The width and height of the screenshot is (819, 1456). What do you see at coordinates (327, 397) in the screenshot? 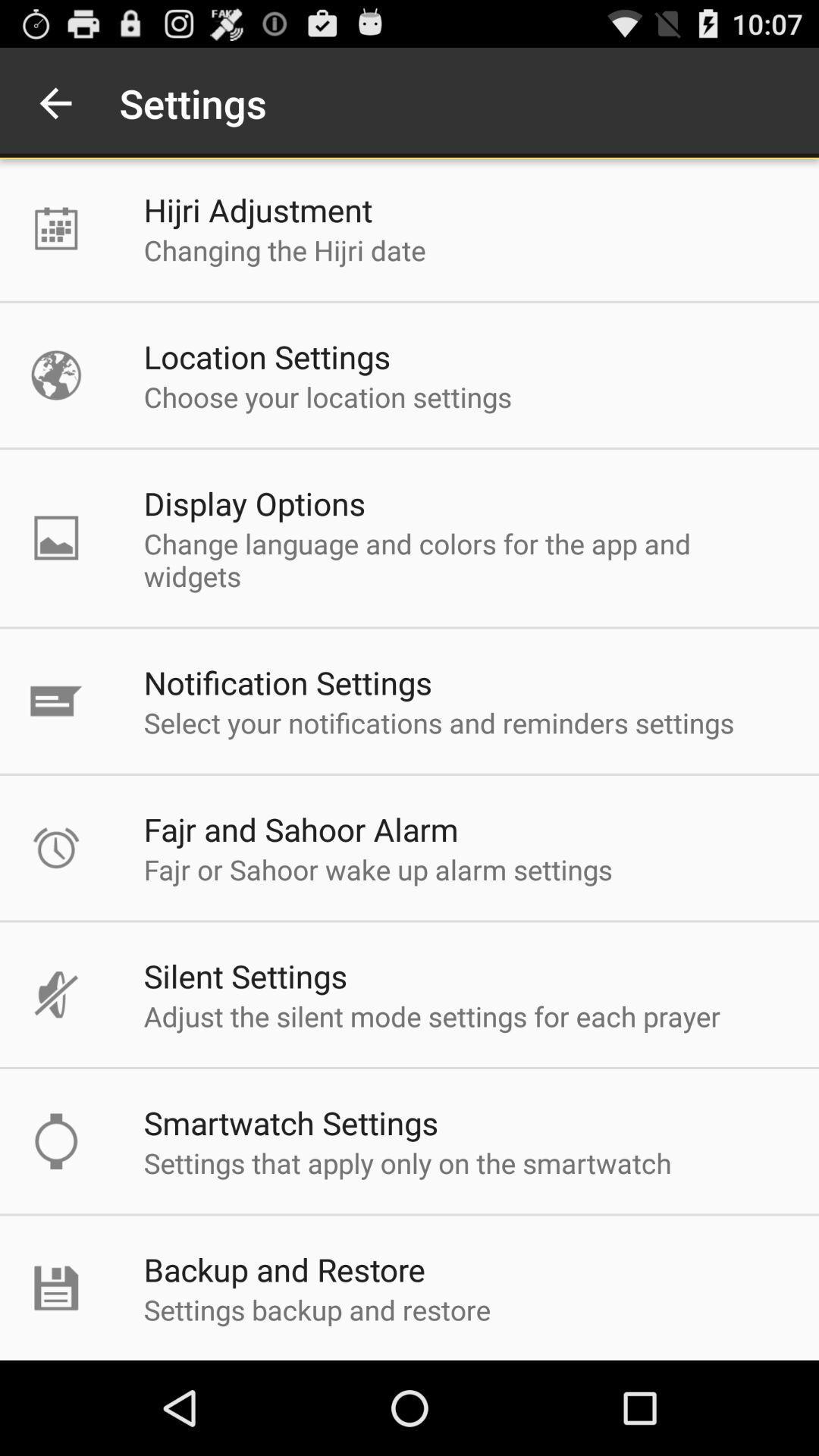
I see `the choose your location` at bounding box center [327, 397].